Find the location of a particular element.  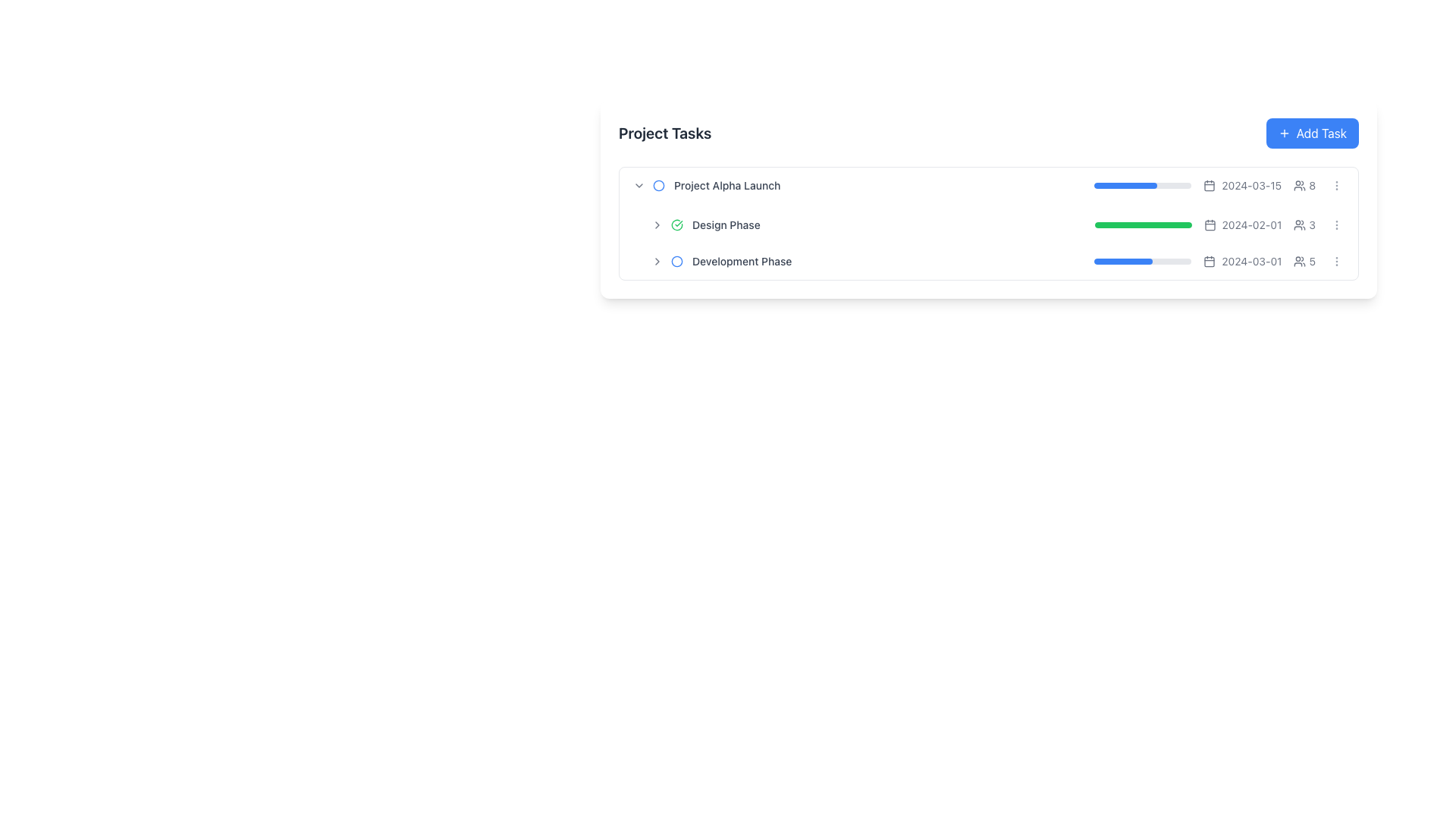

the button located in the top-right corner of the 'Project Tasks' header to observe the hover effects is located at coordinates (1311, 133).